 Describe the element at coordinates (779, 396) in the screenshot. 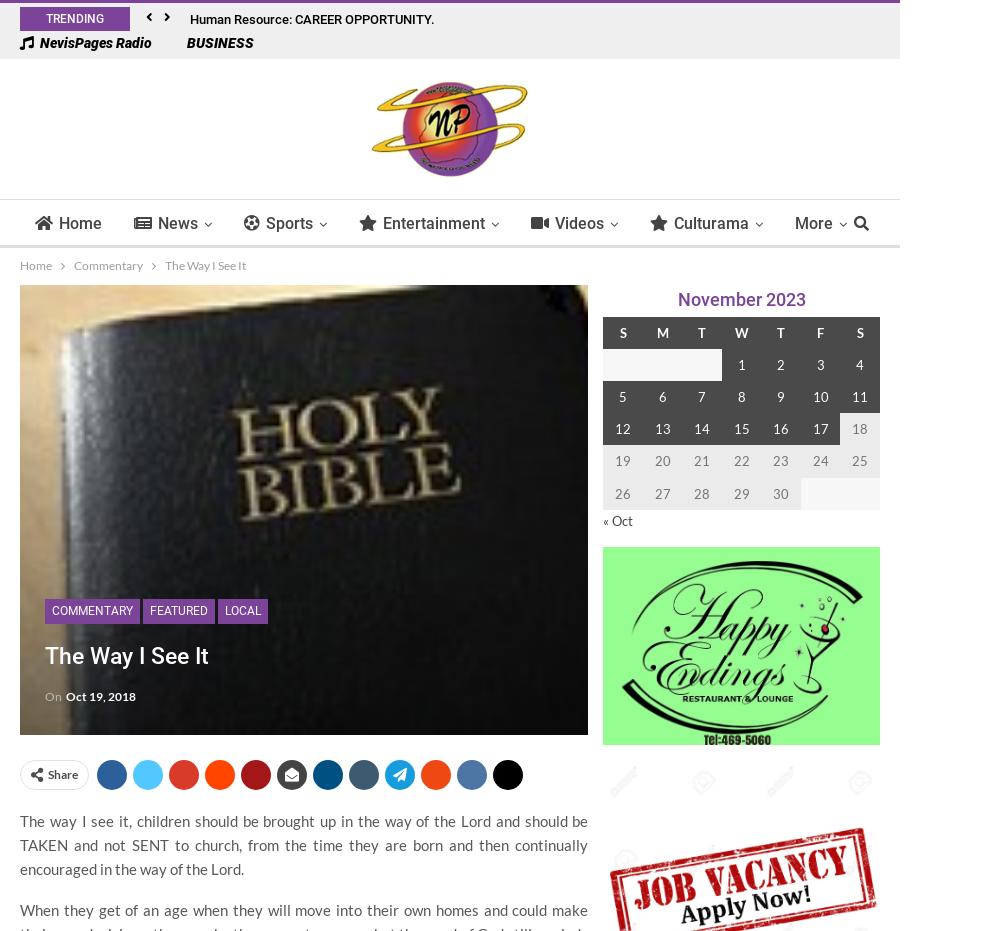

I see `'9'` at that location.